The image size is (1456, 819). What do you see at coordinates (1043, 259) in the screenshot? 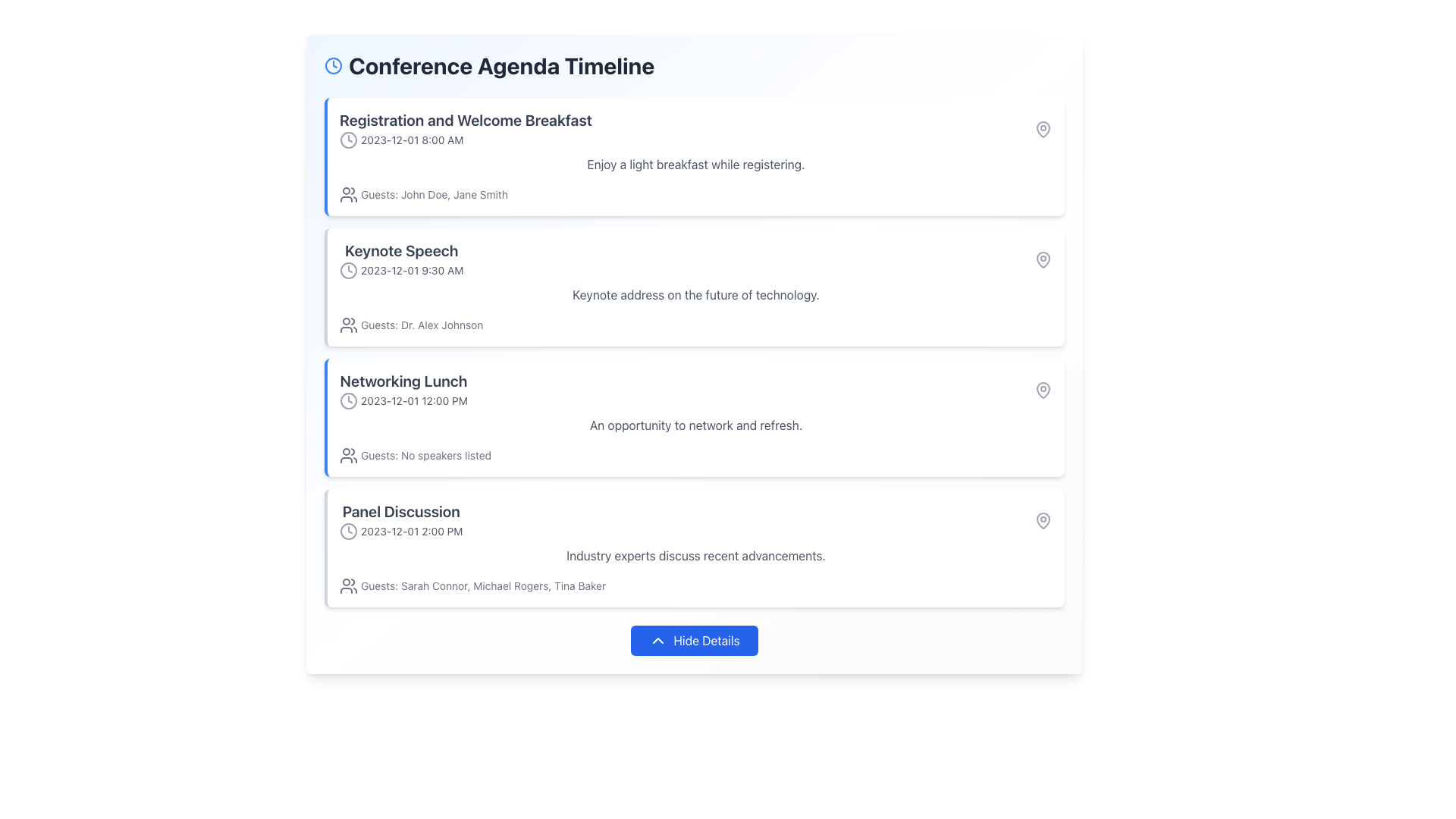
I see `the Map Pin icon indicating the location for the 'Keynote Speech' event` at bounding box center [1043, 259].